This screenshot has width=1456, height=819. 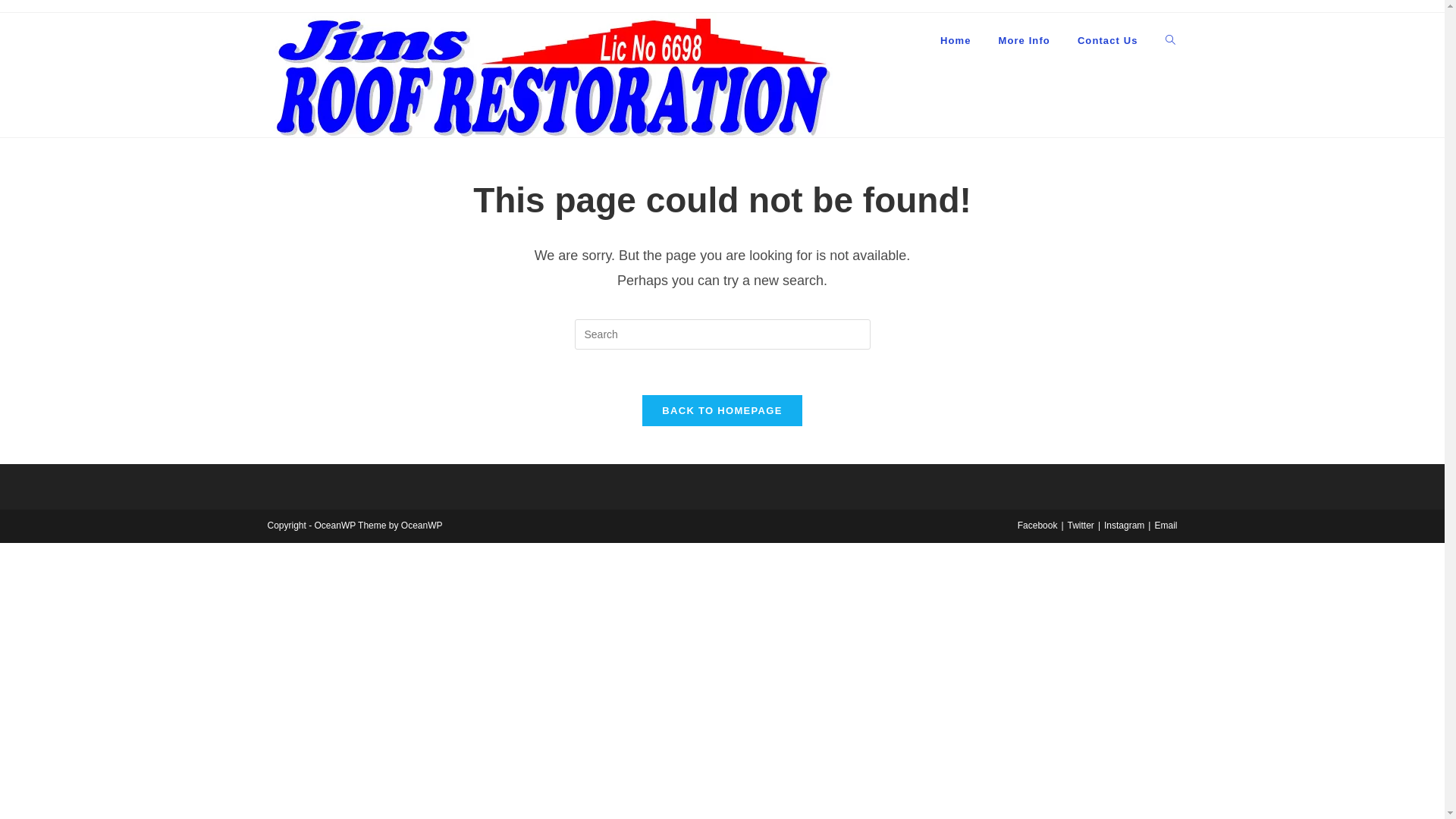 I want to click on 'Twitter', so click(x=1080, y=525).